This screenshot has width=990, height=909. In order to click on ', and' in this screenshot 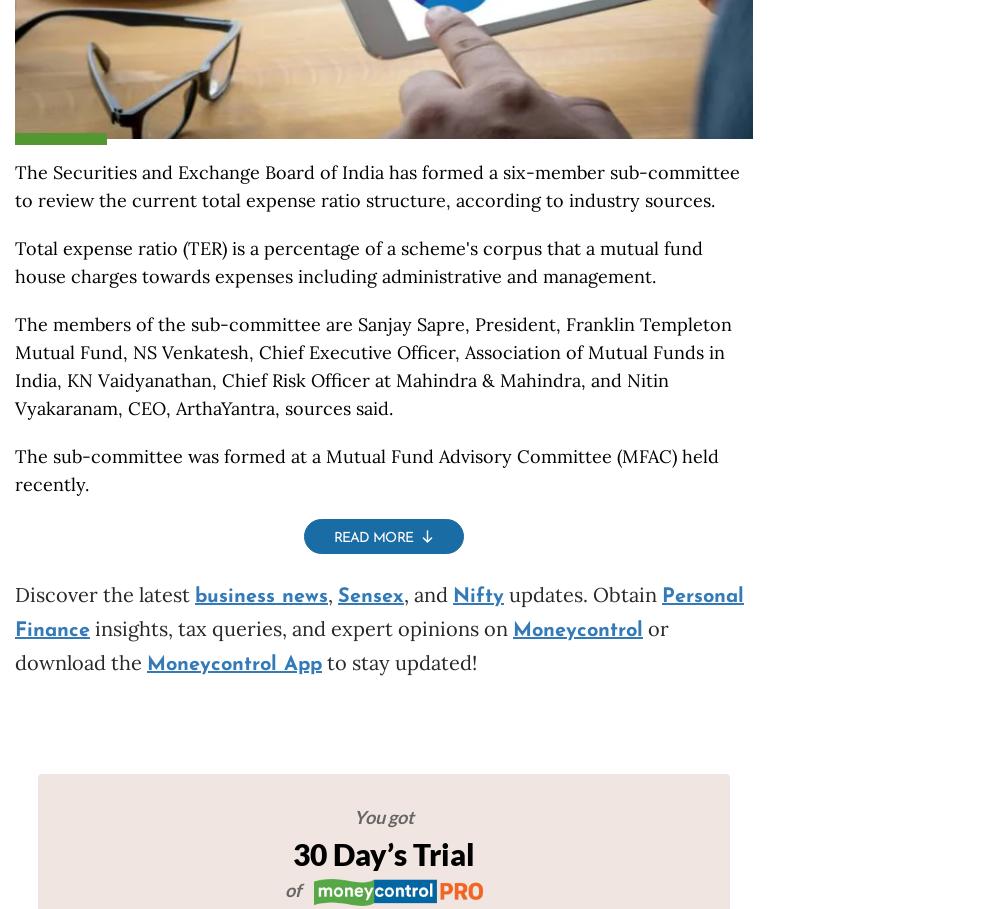, I will do `click(427, 593)`.